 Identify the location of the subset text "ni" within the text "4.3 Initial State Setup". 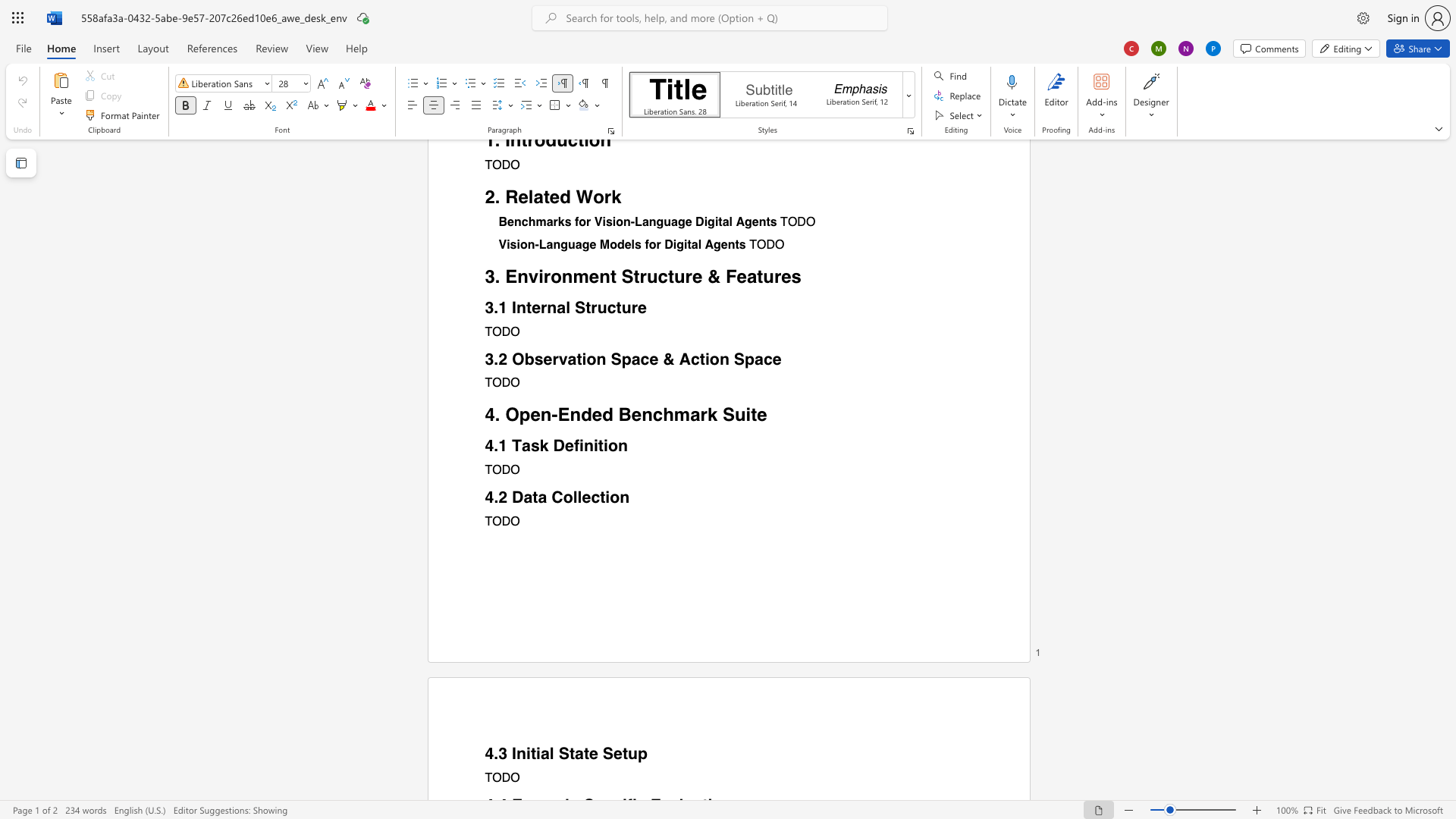
(516, 754).